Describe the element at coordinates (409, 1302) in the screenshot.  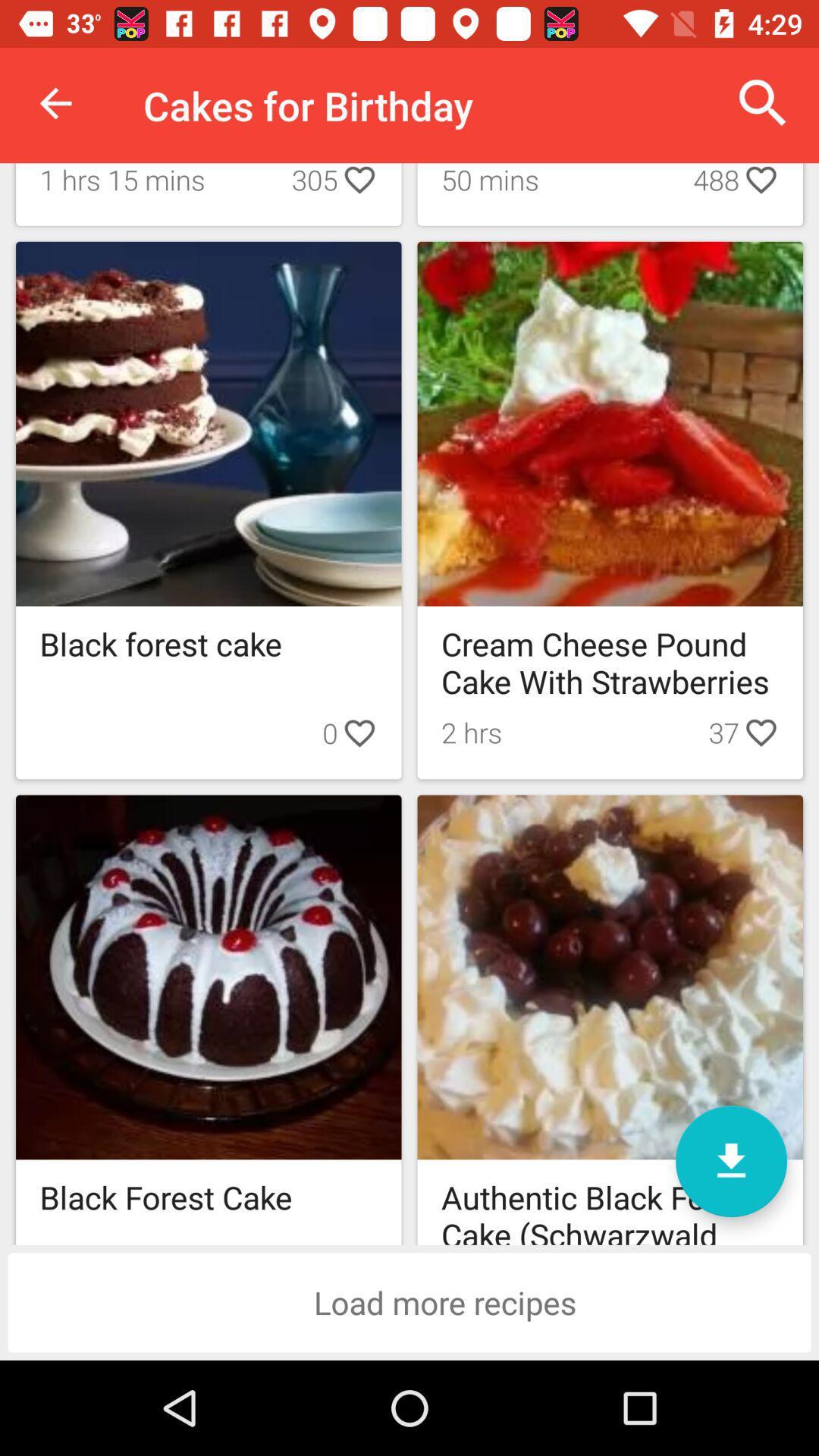
I see `load more recipes` at that location.